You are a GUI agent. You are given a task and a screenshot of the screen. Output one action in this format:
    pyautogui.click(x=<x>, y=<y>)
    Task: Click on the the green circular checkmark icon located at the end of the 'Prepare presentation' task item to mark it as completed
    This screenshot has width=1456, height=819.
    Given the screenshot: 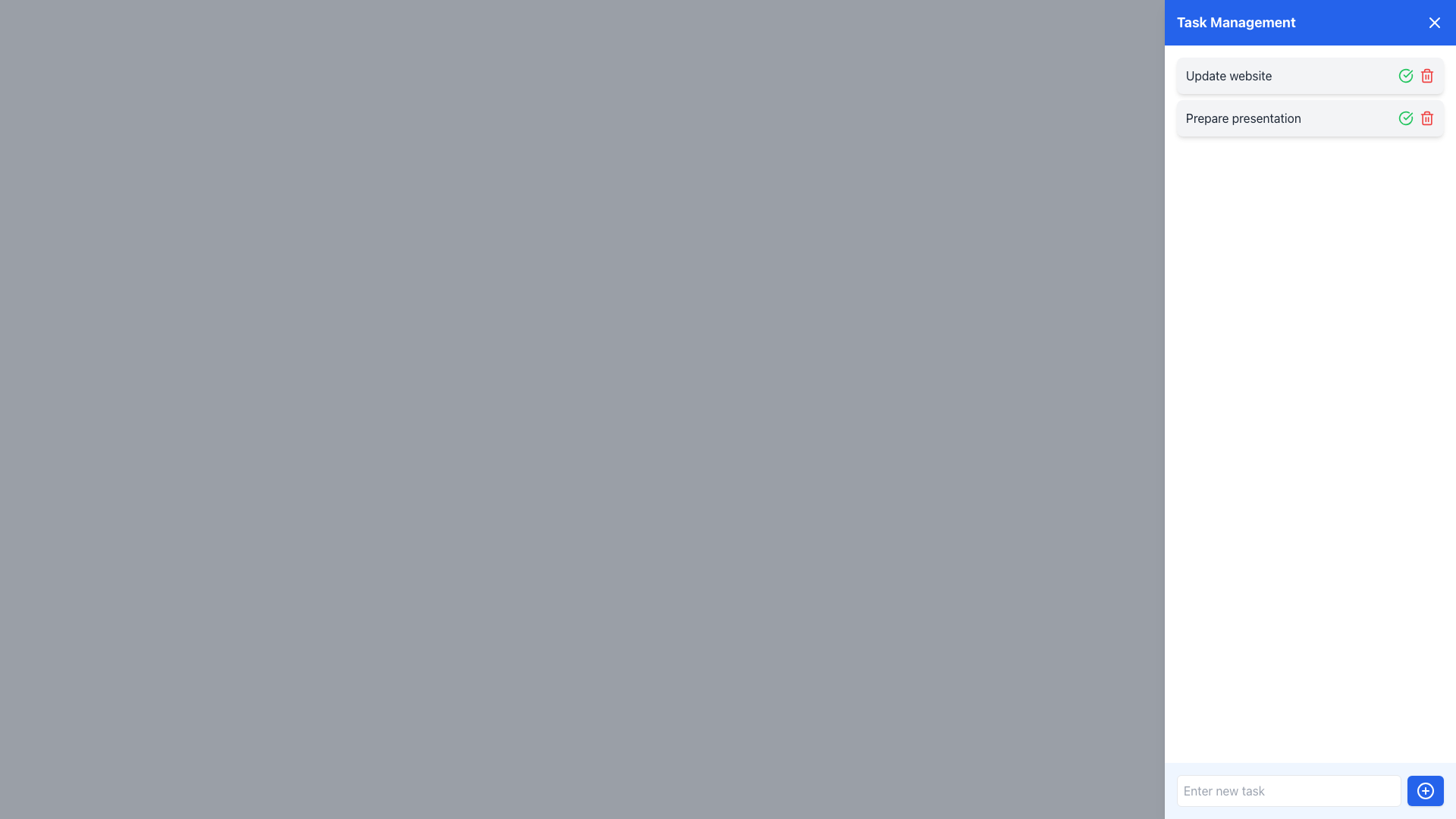 What is the action you would take?
    pyautogui.click(x=1415, y=117)
    